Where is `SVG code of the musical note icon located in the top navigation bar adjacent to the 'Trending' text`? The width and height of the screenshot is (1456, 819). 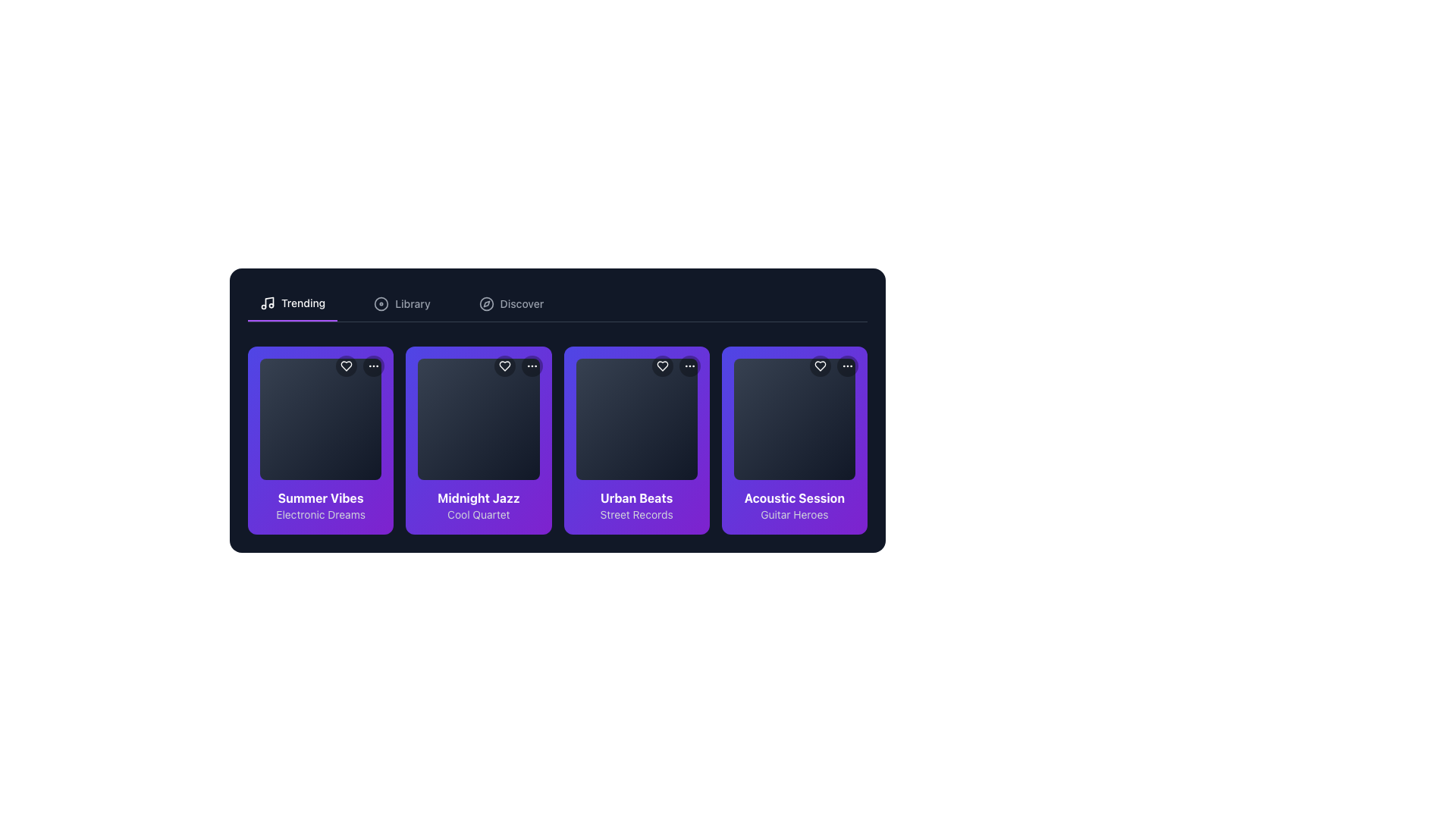 SVG code of the musical note icon located in the top navigation bar adjacent to the 'Trending' text is located at coordinates (269, 302).